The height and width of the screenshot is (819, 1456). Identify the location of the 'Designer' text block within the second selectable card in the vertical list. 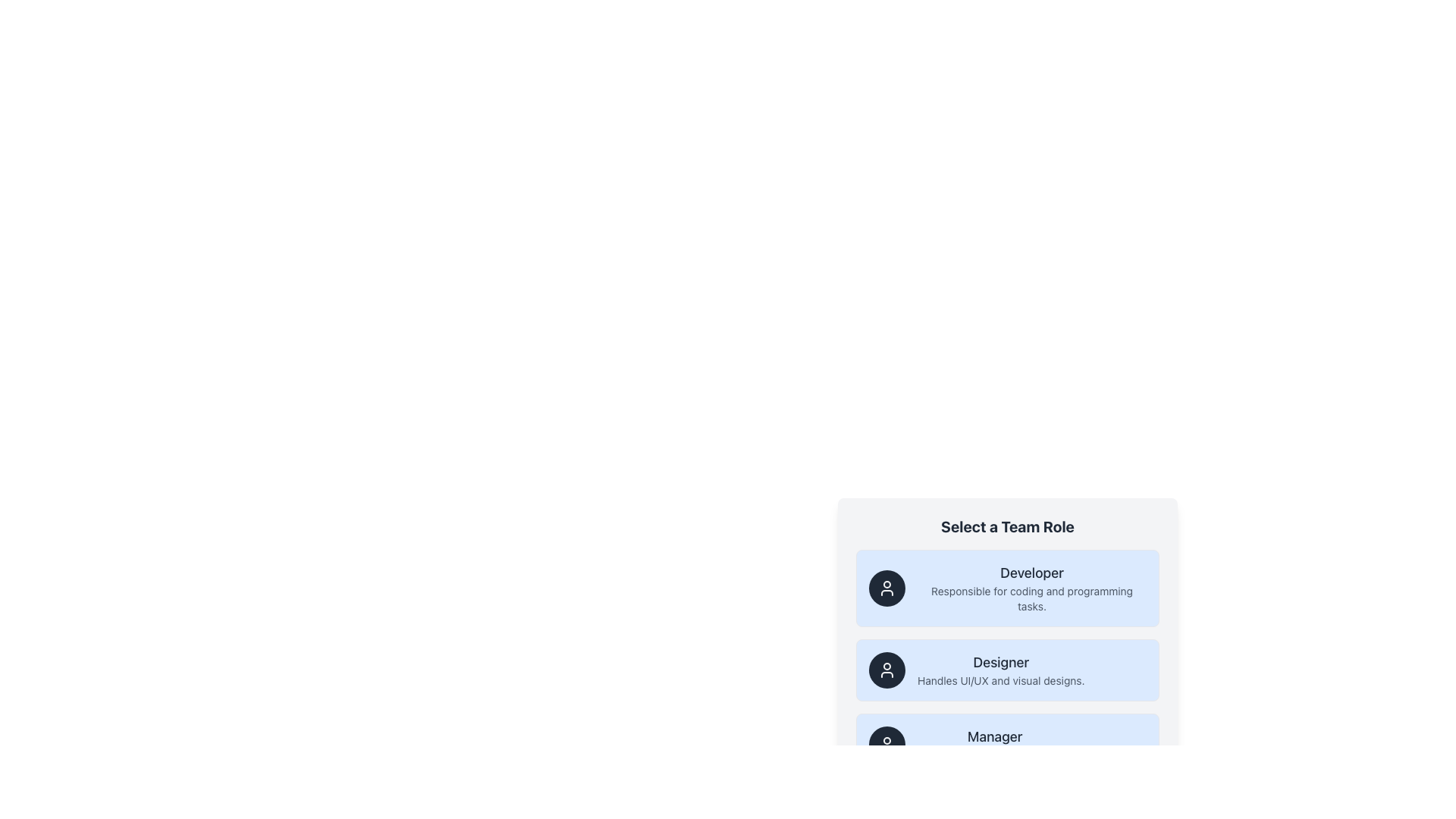
(1001, 669).